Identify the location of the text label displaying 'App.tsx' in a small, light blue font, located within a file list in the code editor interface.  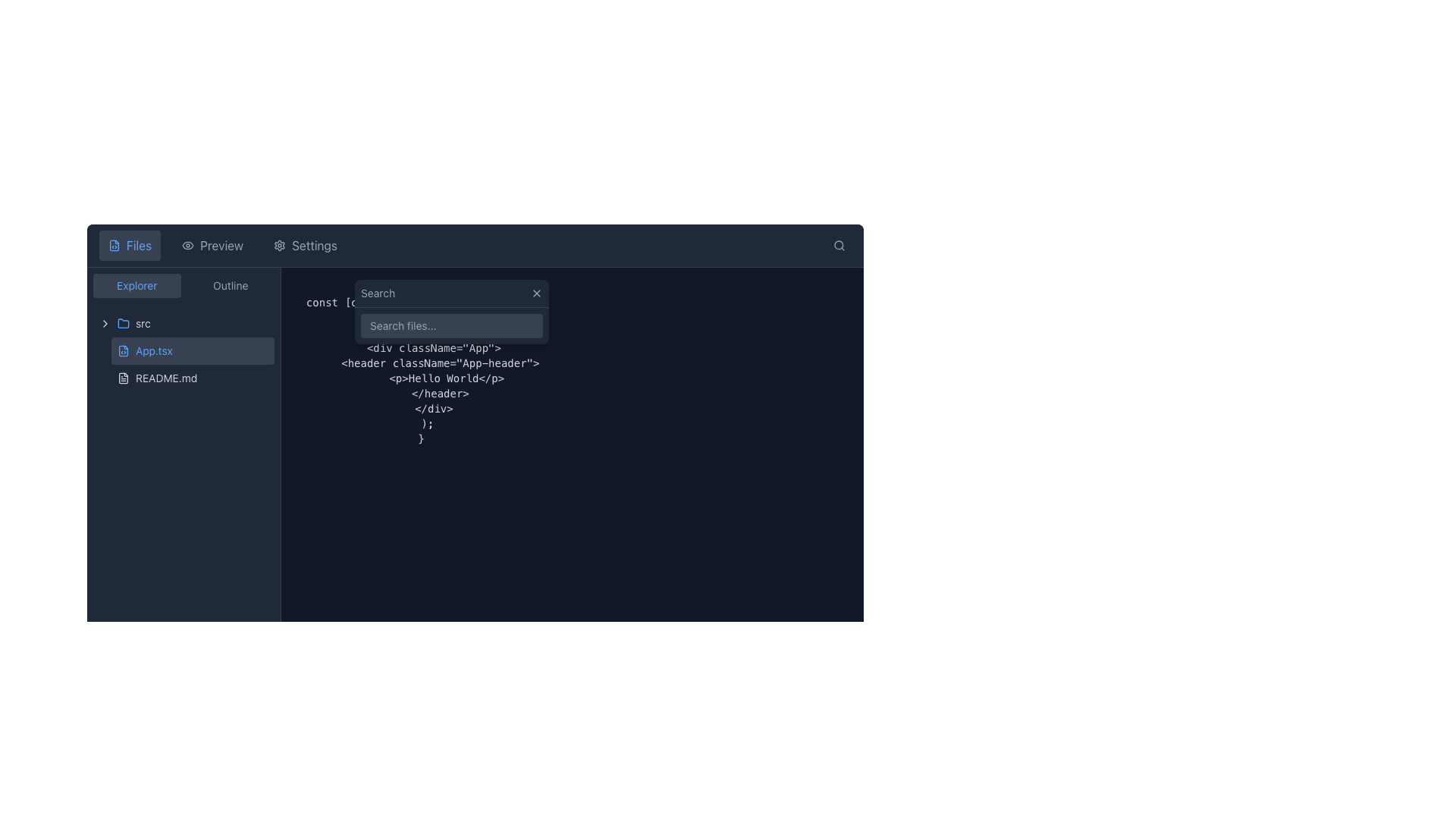
(154, 350).